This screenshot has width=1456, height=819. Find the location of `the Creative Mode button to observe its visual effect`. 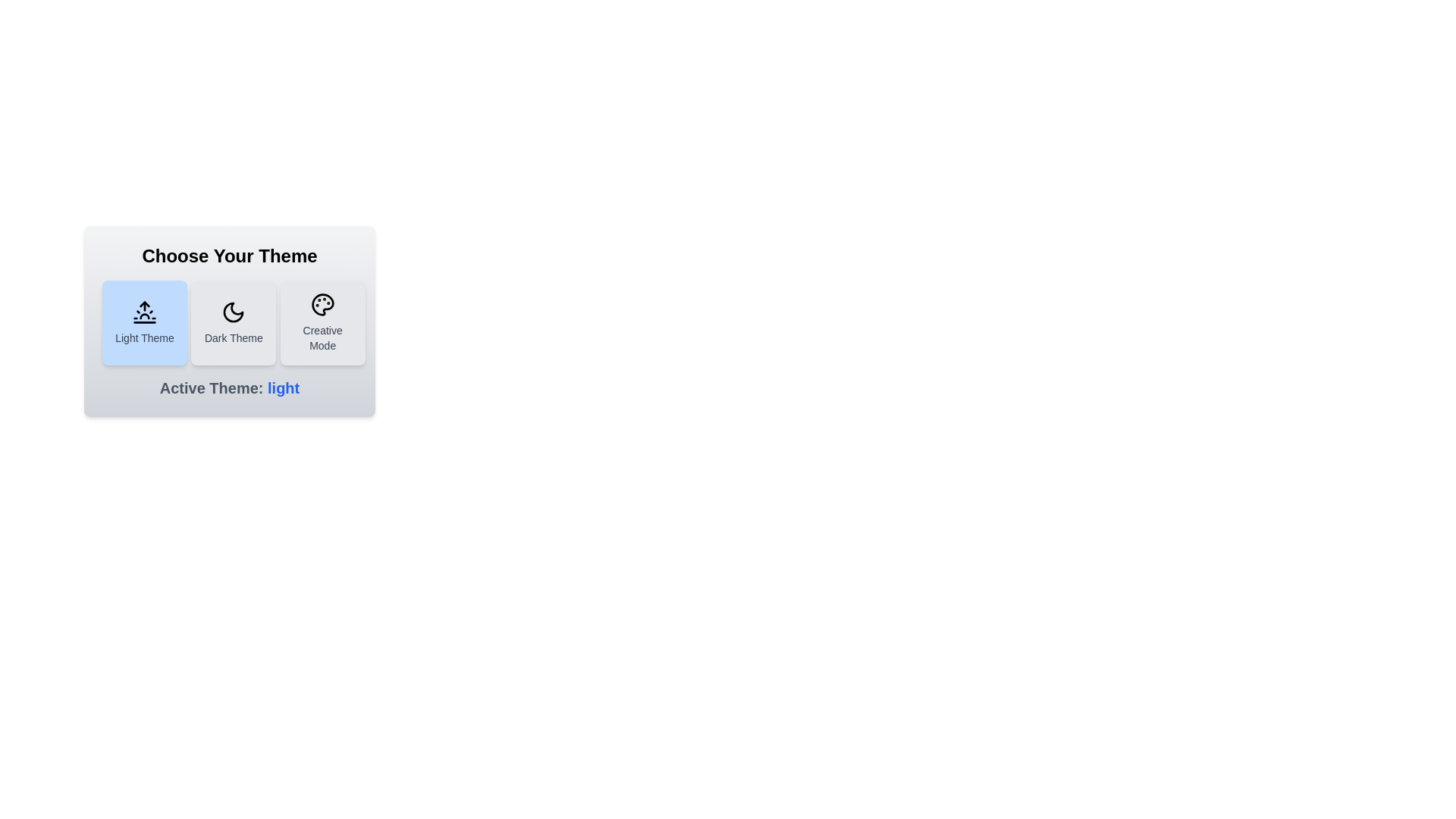

the Creative Mode button to observe its visual effect is located at coordinates (322, 322).